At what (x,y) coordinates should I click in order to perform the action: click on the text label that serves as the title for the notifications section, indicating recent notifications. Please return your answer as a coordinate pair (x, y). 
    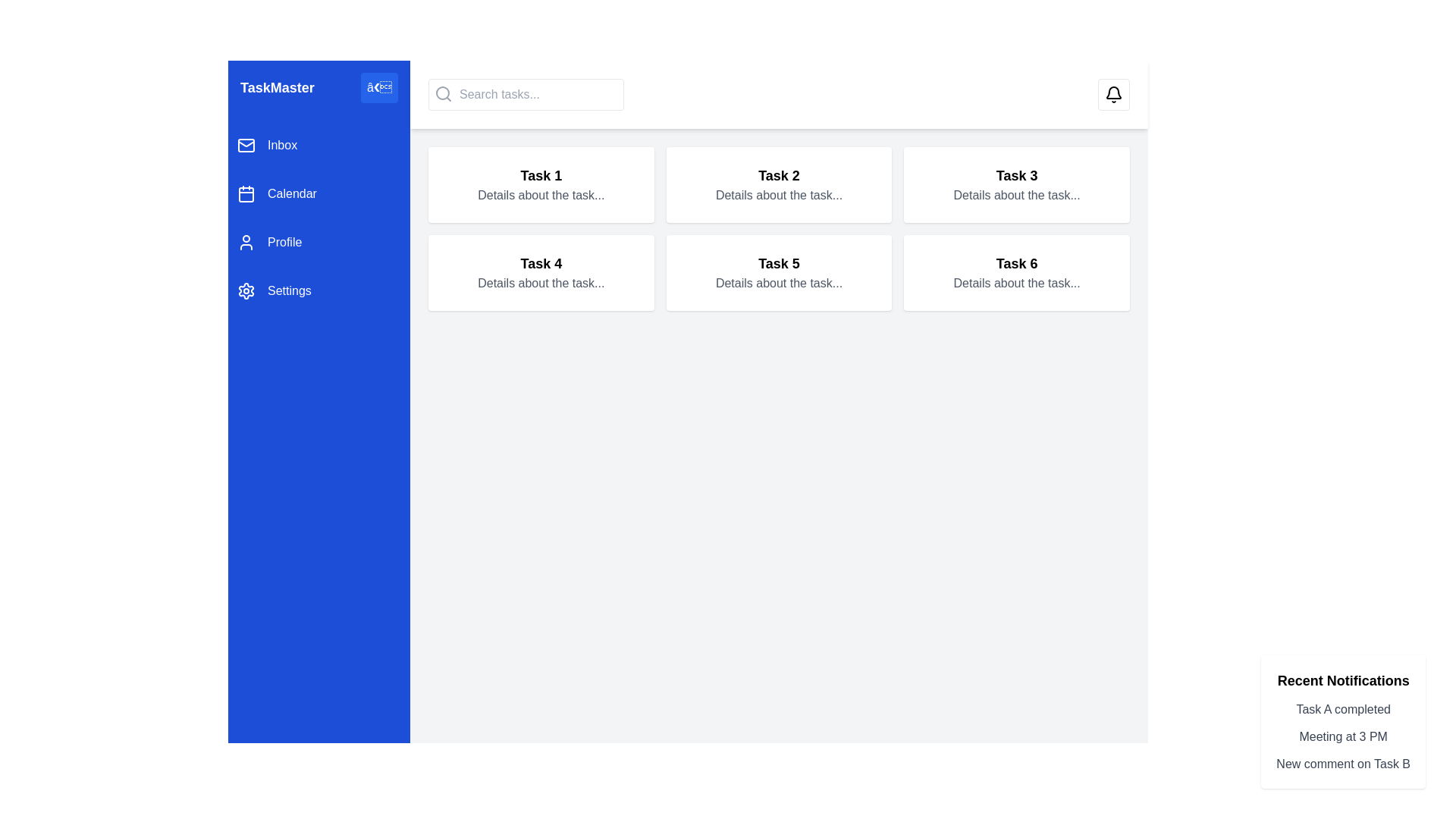
    Looking at the image, I should click on (1343, 680).